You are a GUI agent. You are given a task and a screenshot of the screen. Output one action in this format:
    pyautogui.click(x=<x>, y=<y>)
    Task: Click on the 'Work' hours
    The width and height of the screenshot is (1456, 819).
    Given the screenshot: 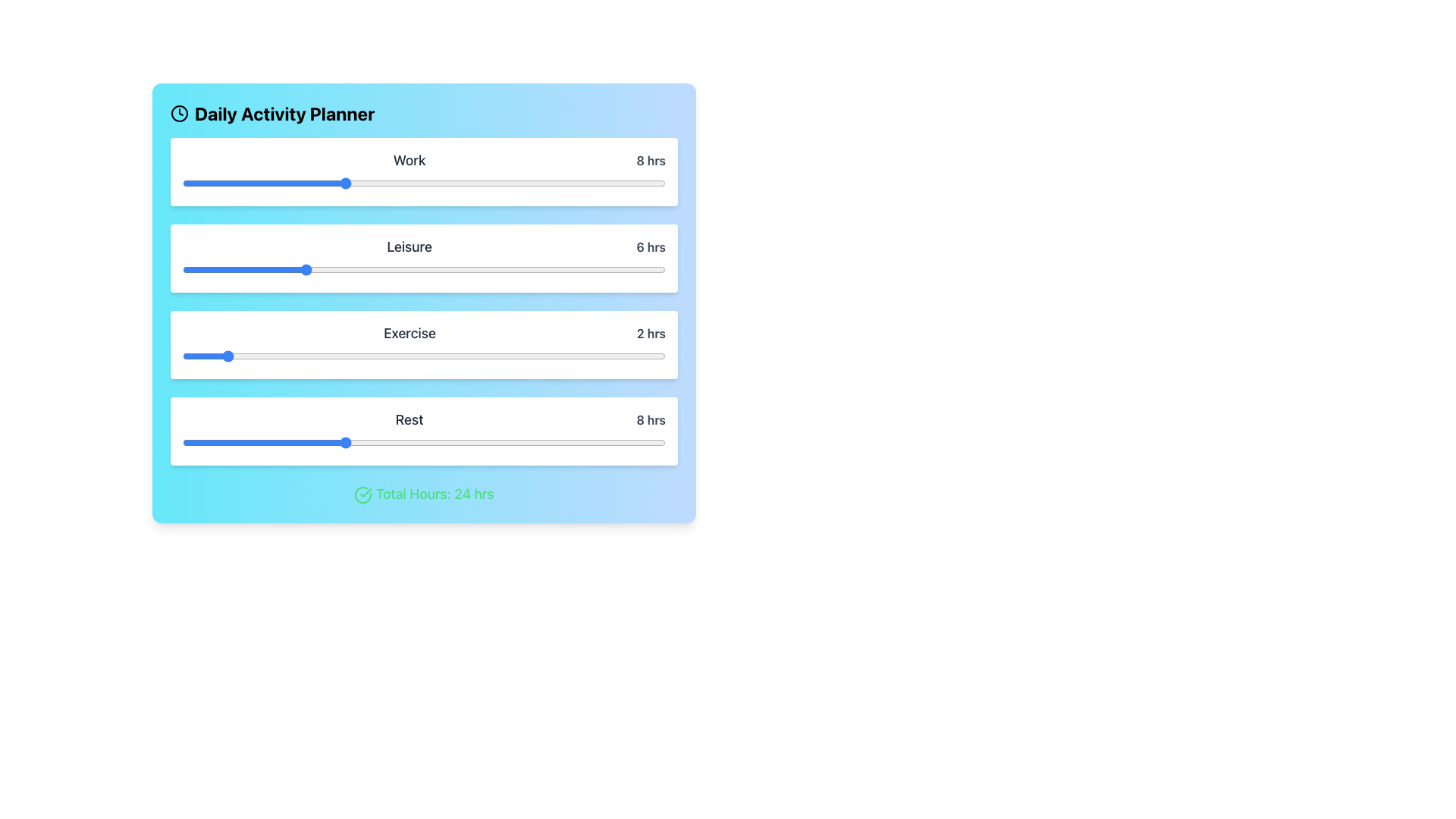 What is the action you would take?
    pyautogui.click(x=604, y=183)
    